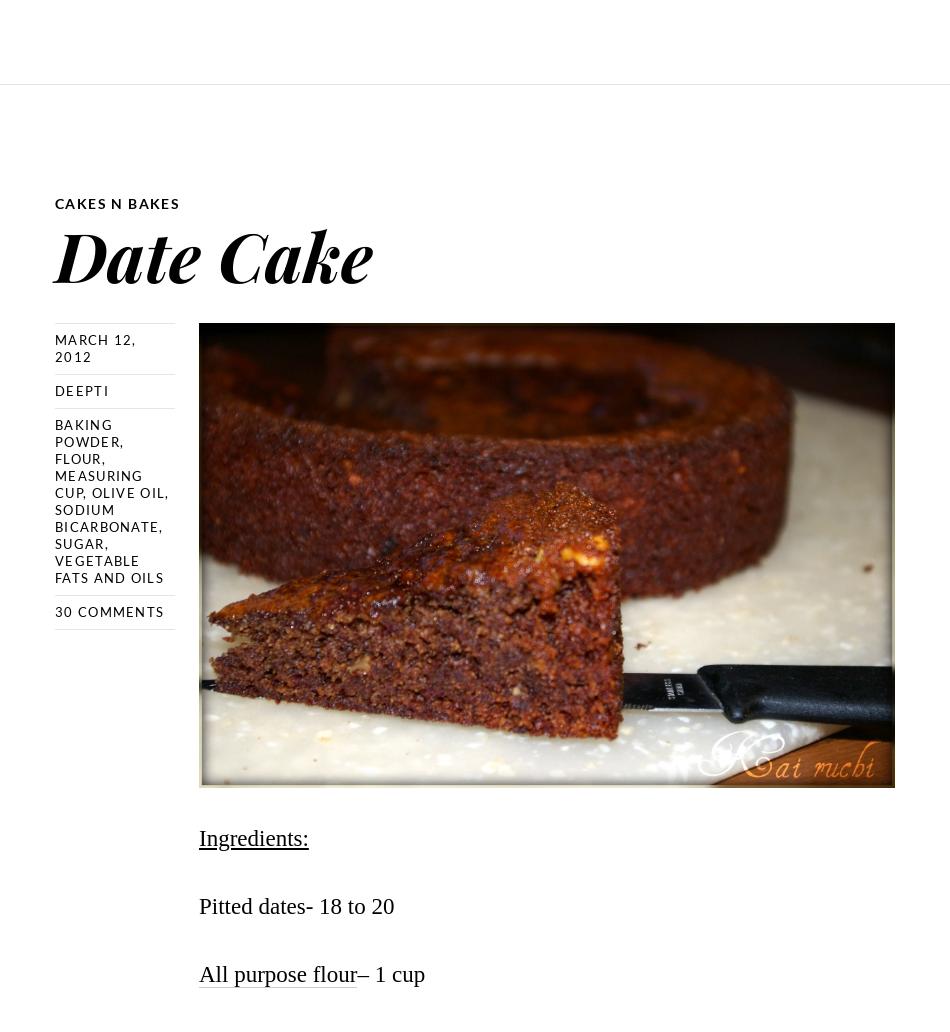 This screenshot has width=950, height=1032. What do you see at coordinates (252, 837) in the screenshot?
I see `'Ingredients:'` at bounding box center [252, 837].